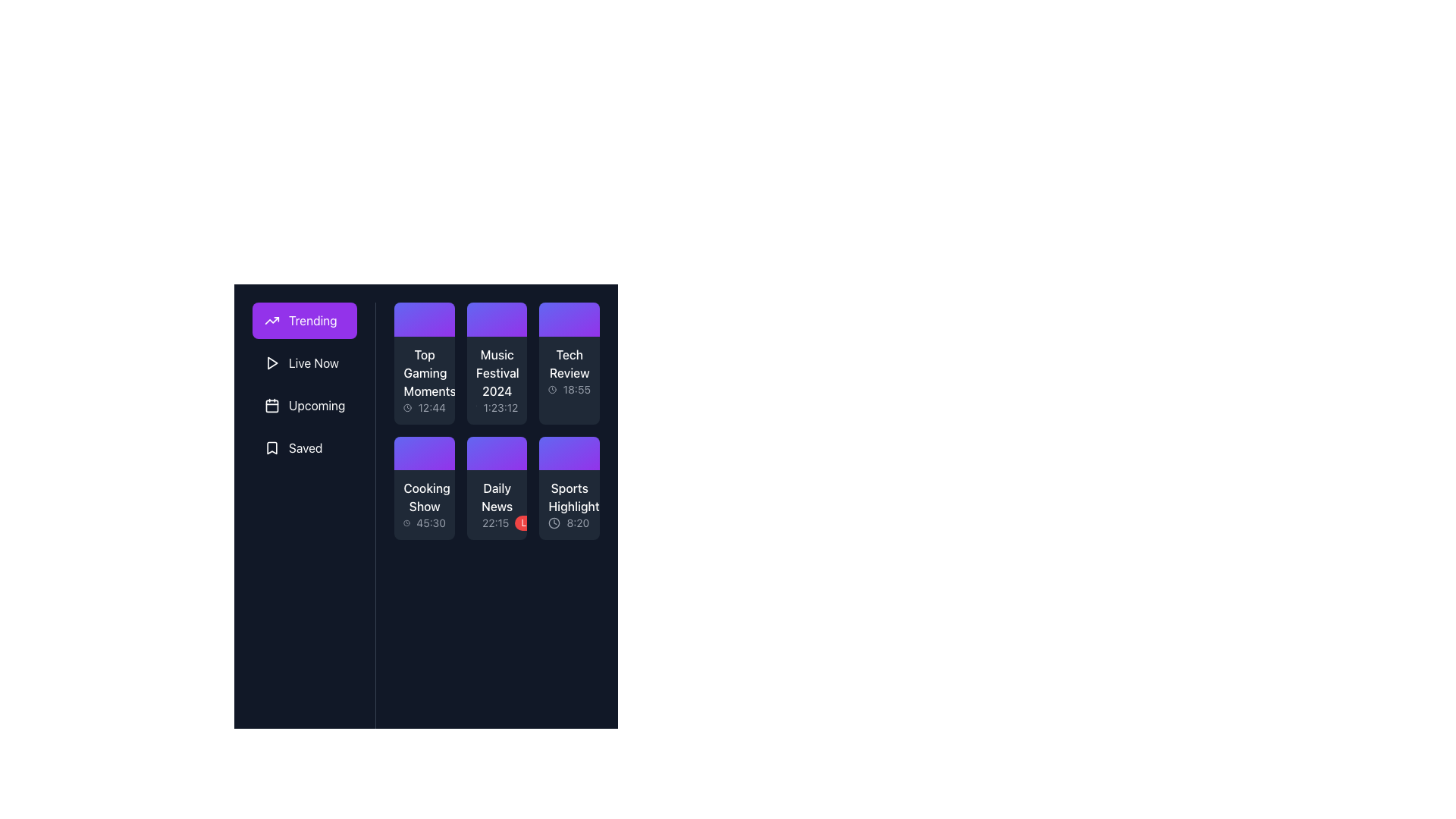  I want to click on the text label displaying 'Tech Review', so click(569, 363).